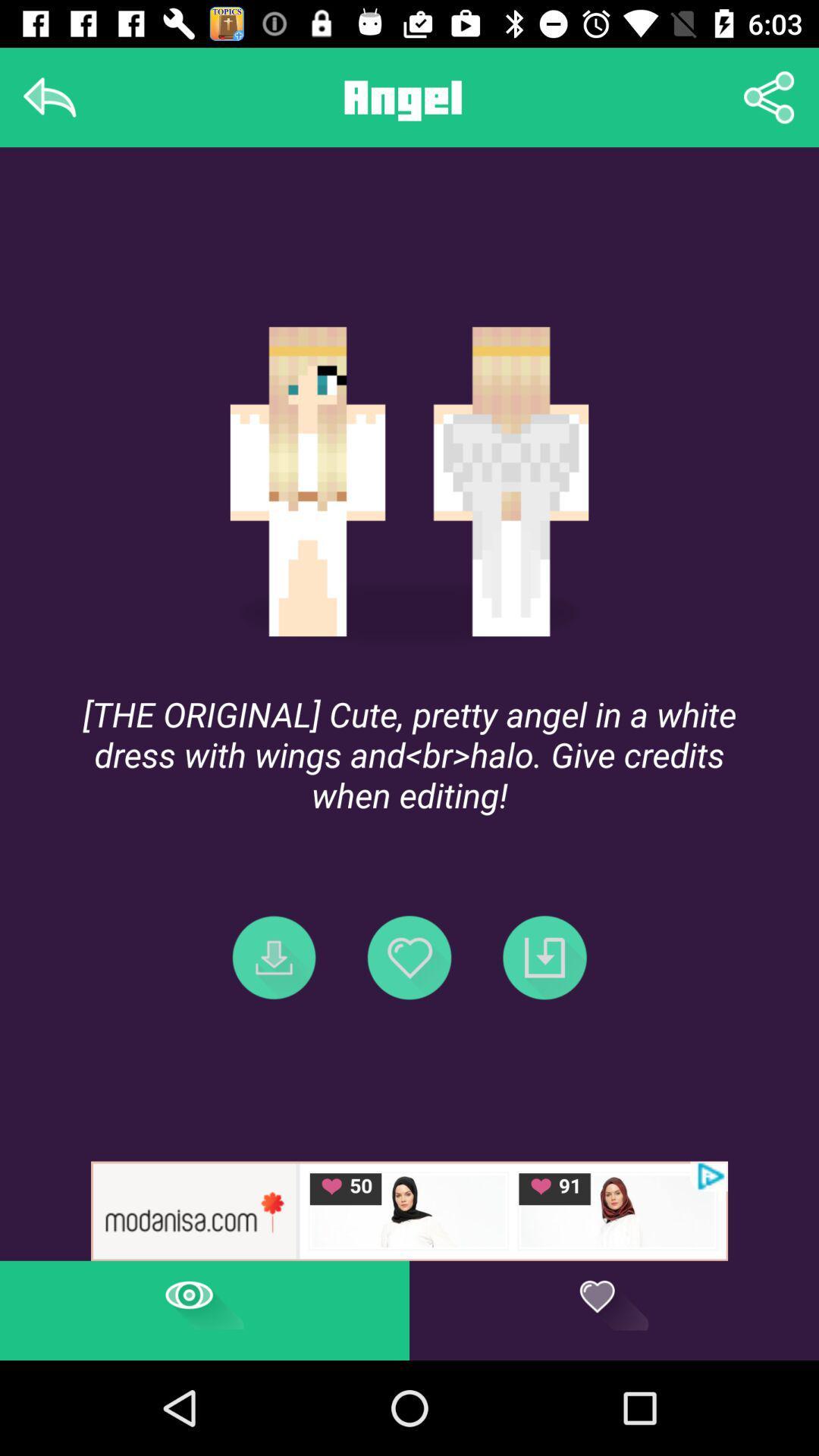 The image size is (819, 1456). What do you see at coordinates (49, 96) in the screenshot?
I see `the reply icon` at bounding box center [49, 96].